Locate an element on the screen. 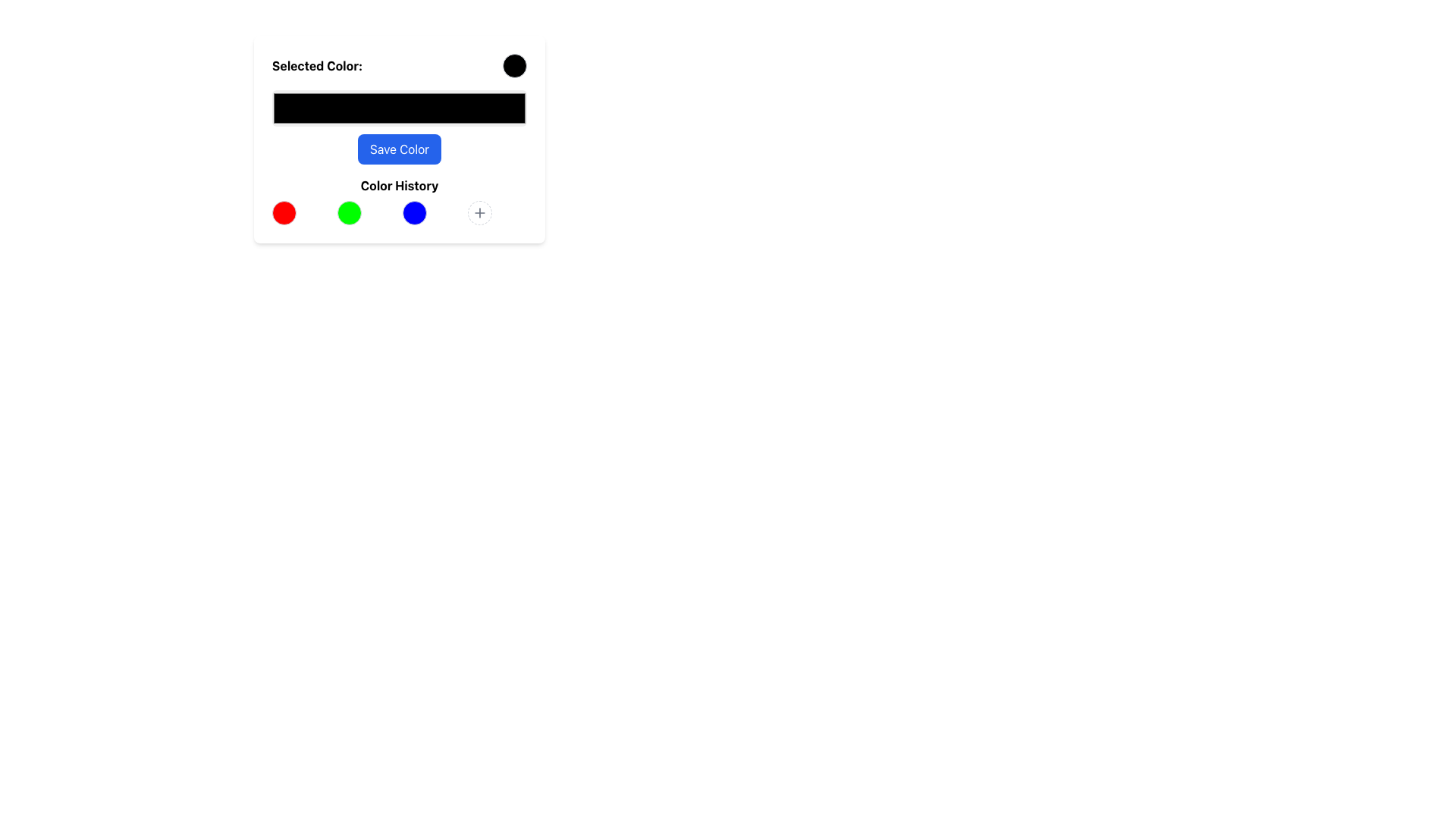 The image size is (1456, 819). the black rectangular color input field below the title 'Selected Color:' is located at coordinates (400, 127).